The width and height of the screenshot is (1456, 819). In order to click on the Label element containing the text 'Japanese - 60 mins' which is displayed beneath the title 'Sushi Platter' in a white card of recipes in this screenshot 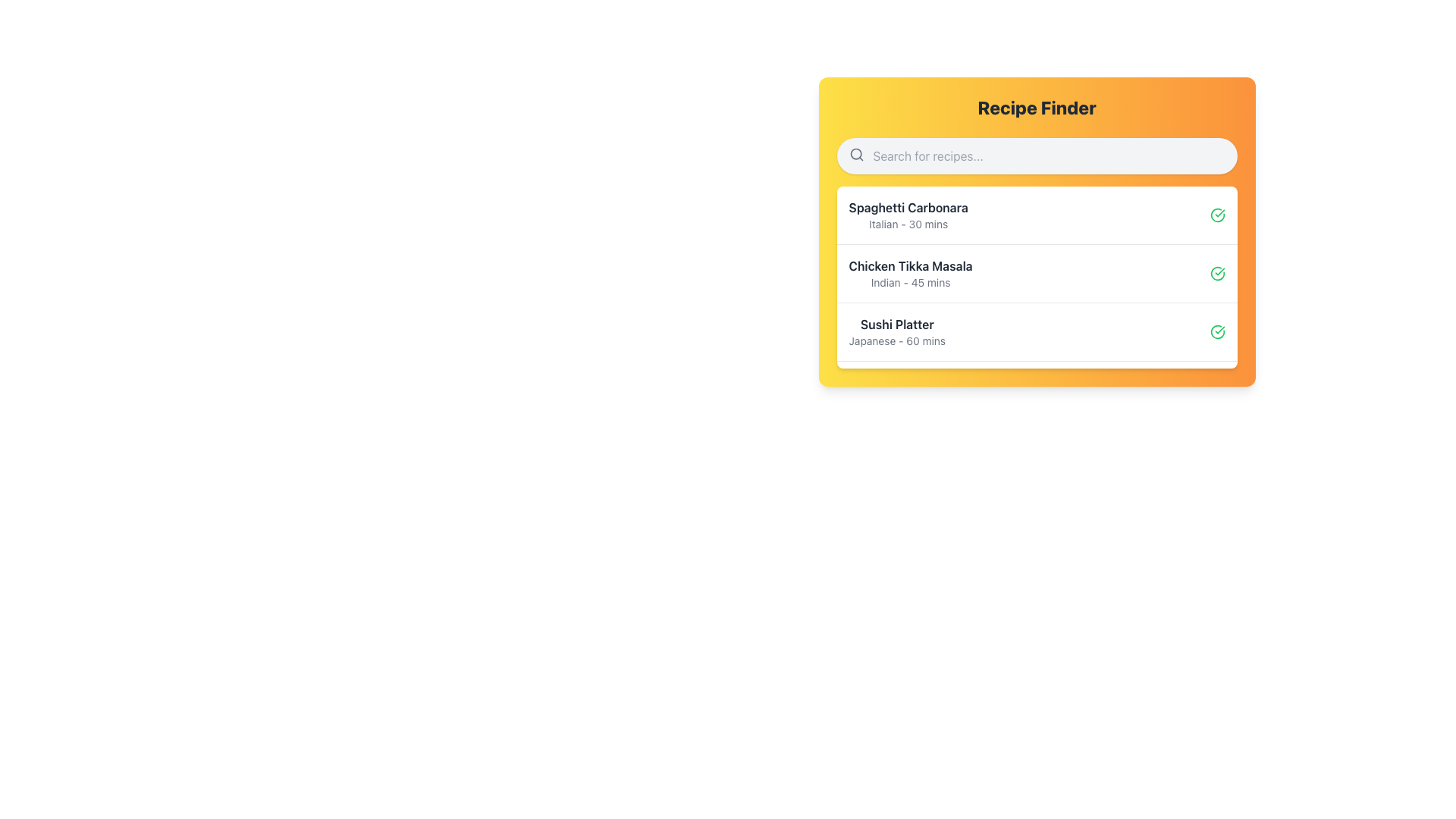, I will do `click(897, 341)`.